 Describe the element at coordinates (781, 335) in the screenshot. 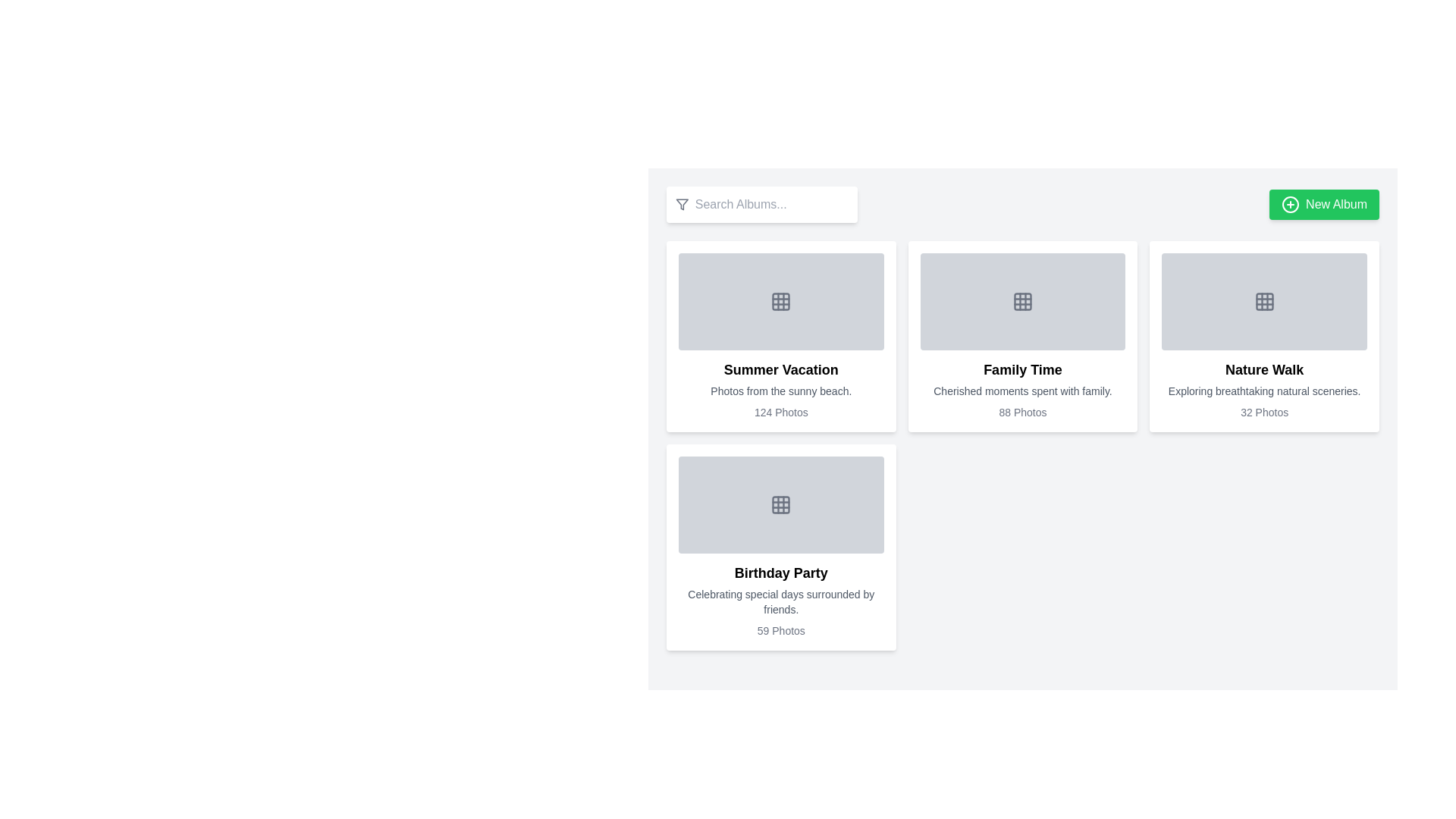

I see `the 'Summer Vacation' album card located at the top left of the grid layout` at that location.